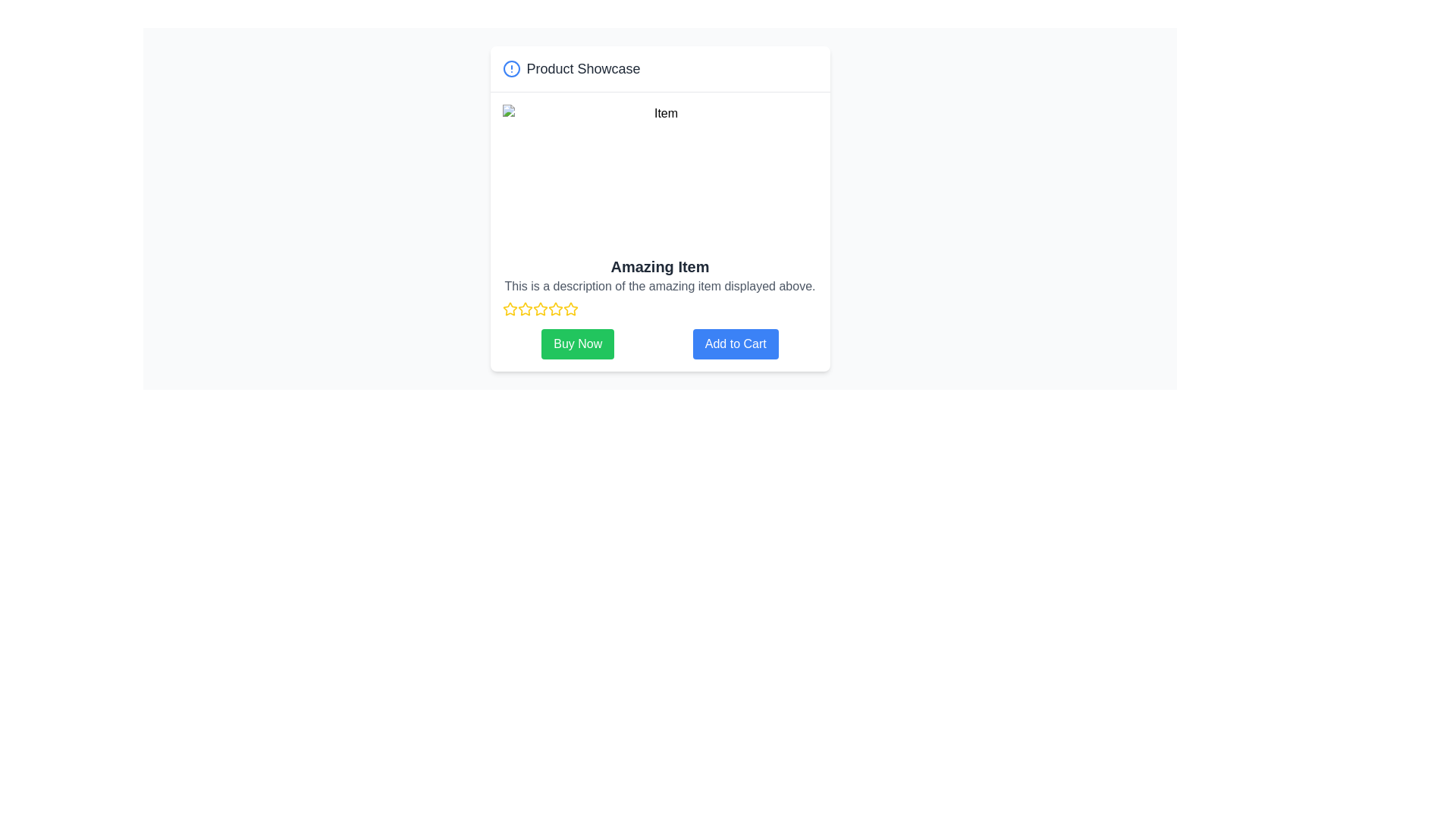  Describe the element at coordinates (660, 287) in the screenshot. I see `the descriptive text element located directly below the 'Amazing Item' heading and above the horizontal sequence of yellow stars and buttons` at that location.